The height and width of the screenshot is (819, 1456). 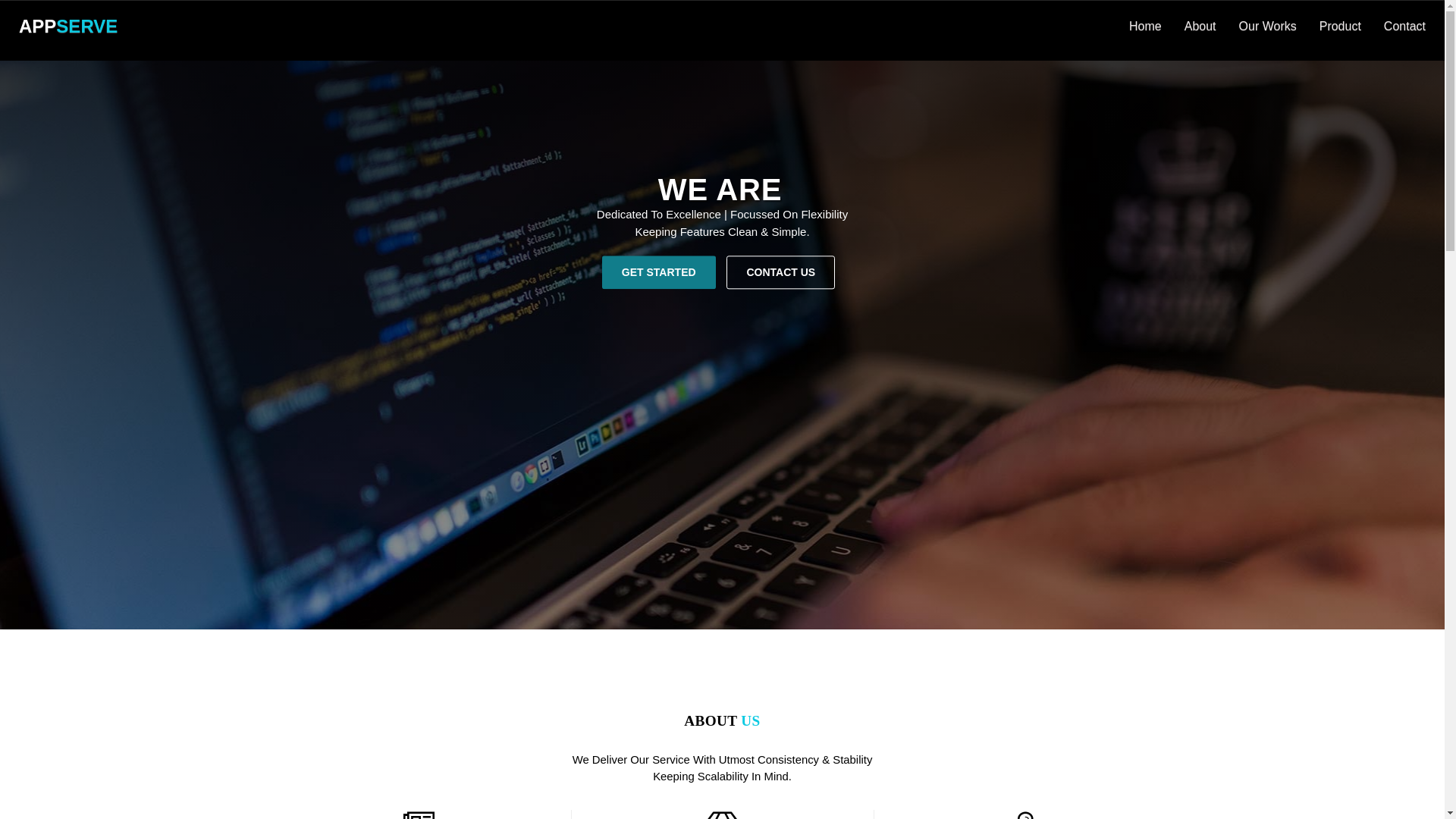 I want to click on 'About', so click(x=1172, y=26).